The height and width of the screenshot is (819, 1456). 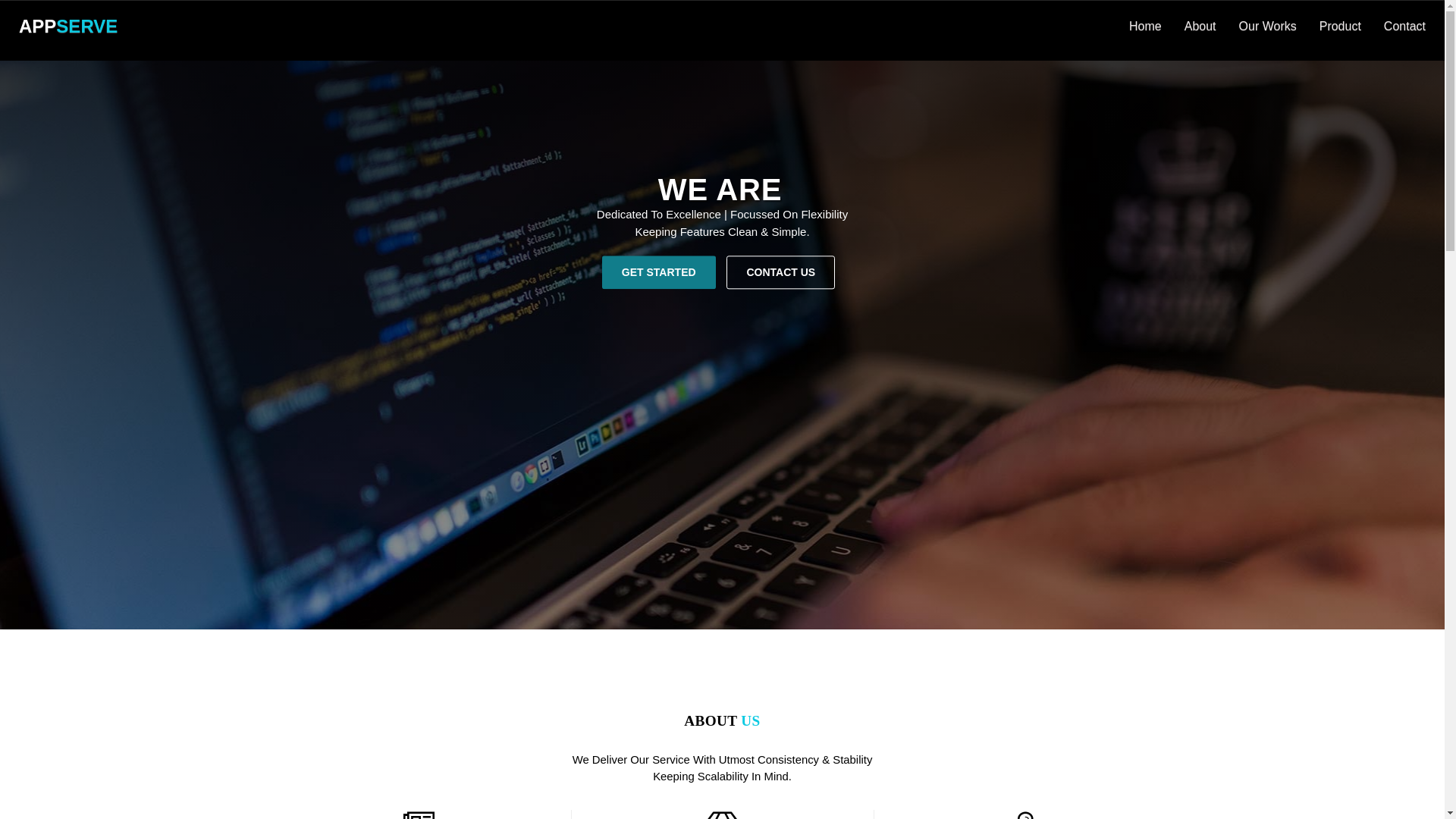 I want to click on 'About', so click(x=1172, y=26).